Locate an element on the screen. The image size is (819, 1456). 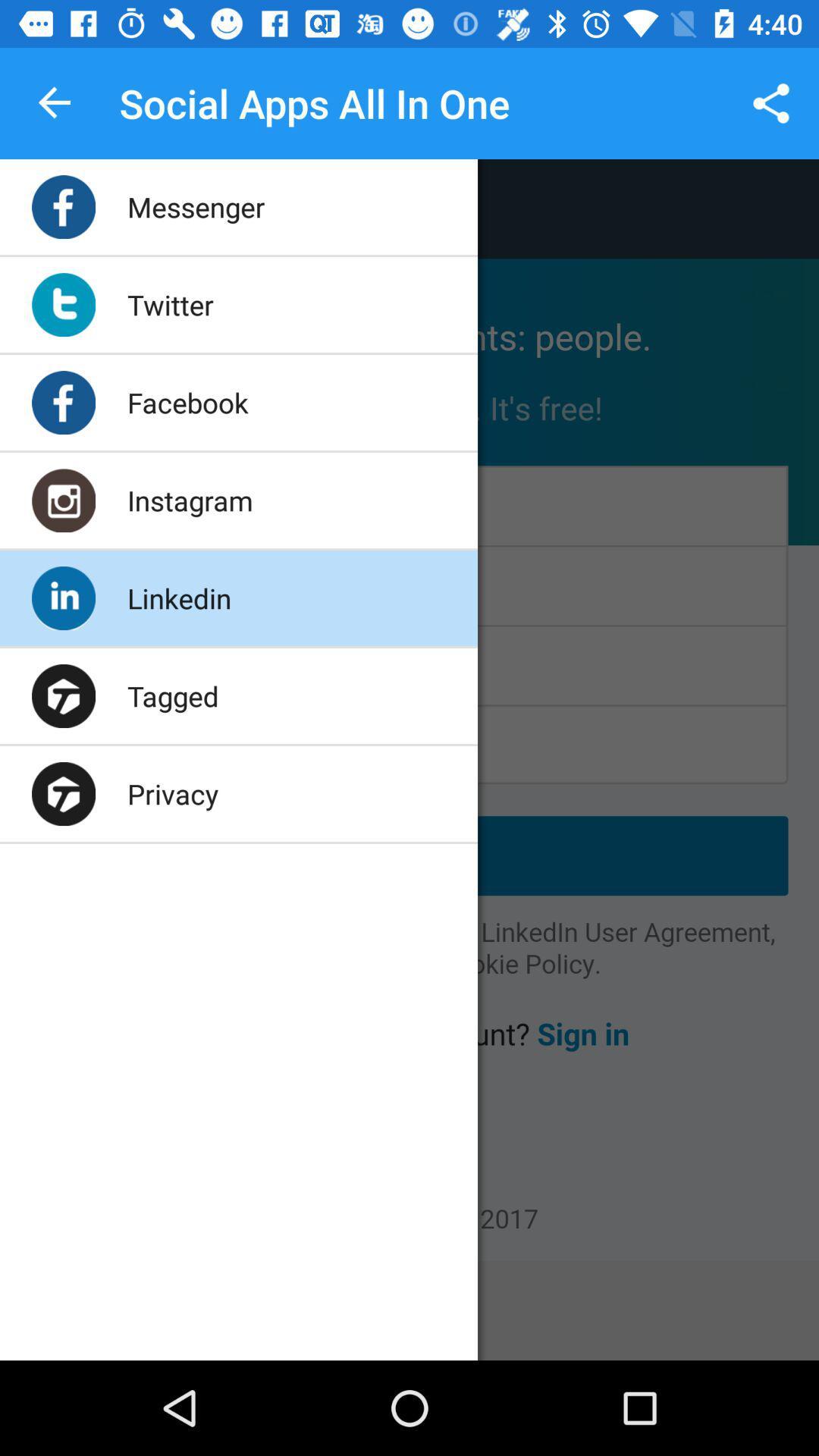
the twitter is located at coordinates (170, 304).